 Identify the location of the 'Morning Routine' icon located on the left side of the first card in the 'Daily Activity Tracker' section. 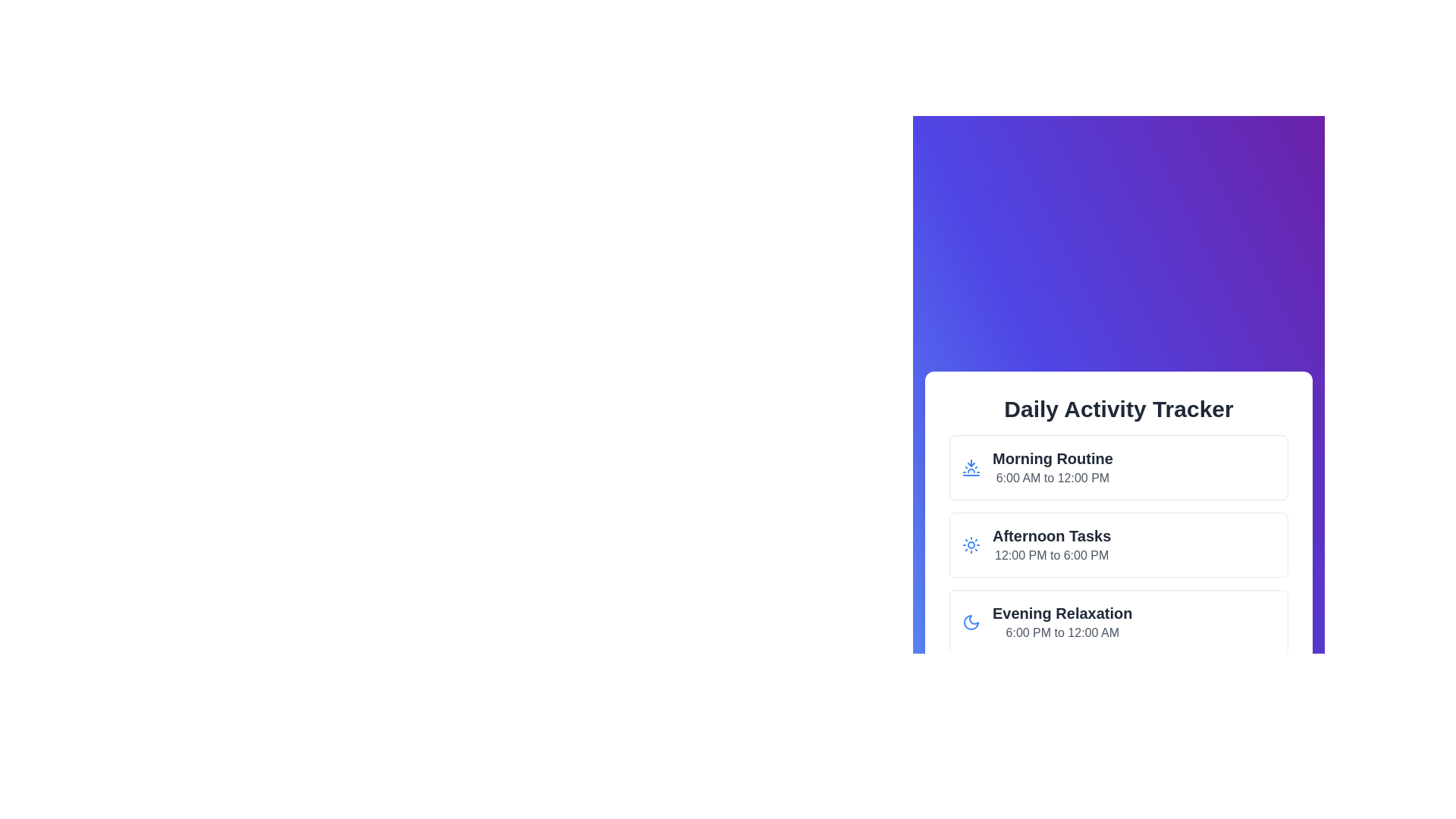
(971, 467).